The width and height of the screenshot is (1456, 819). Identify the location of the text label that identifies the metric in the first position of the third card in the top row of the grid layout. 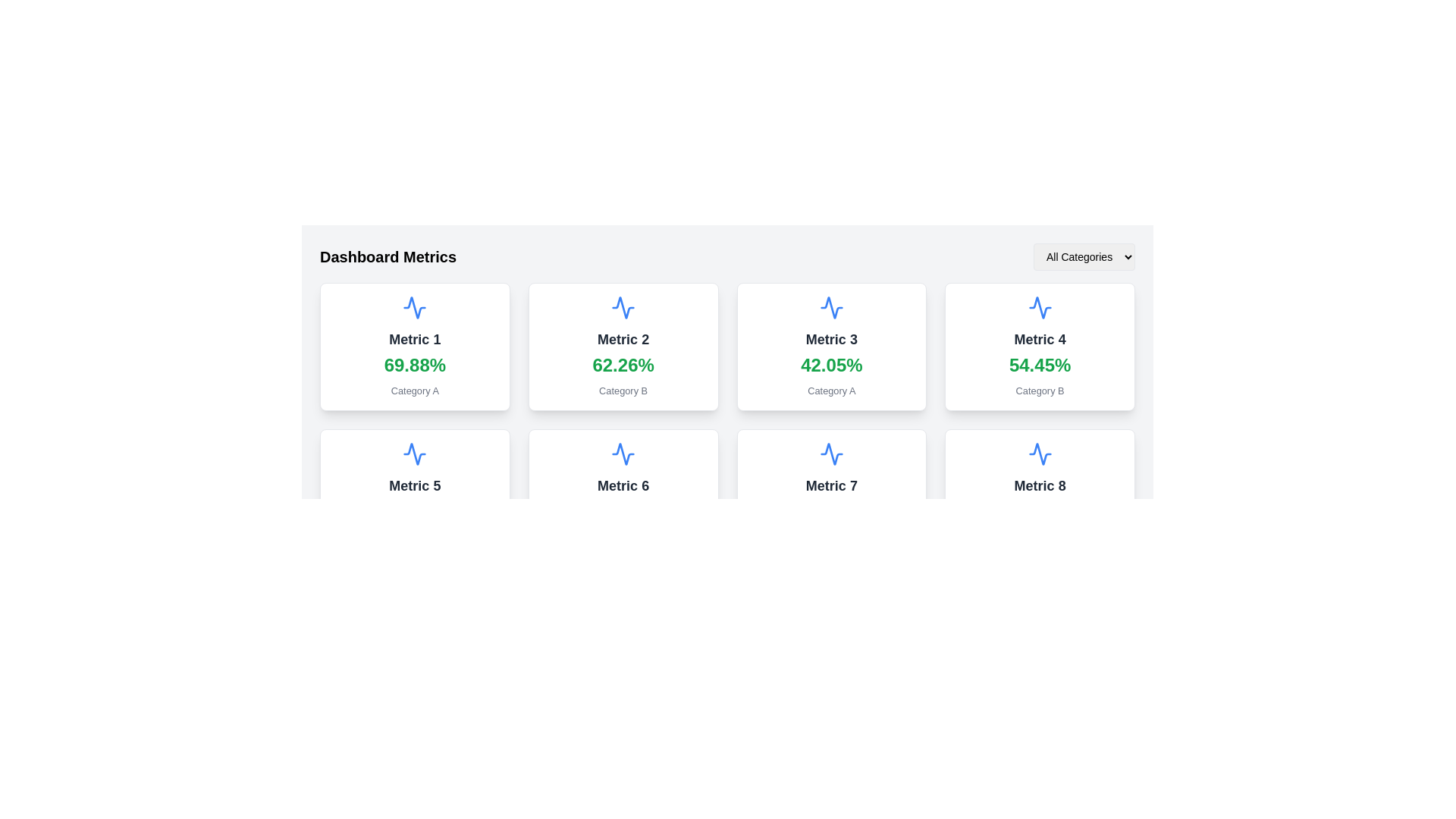
(830, 338).